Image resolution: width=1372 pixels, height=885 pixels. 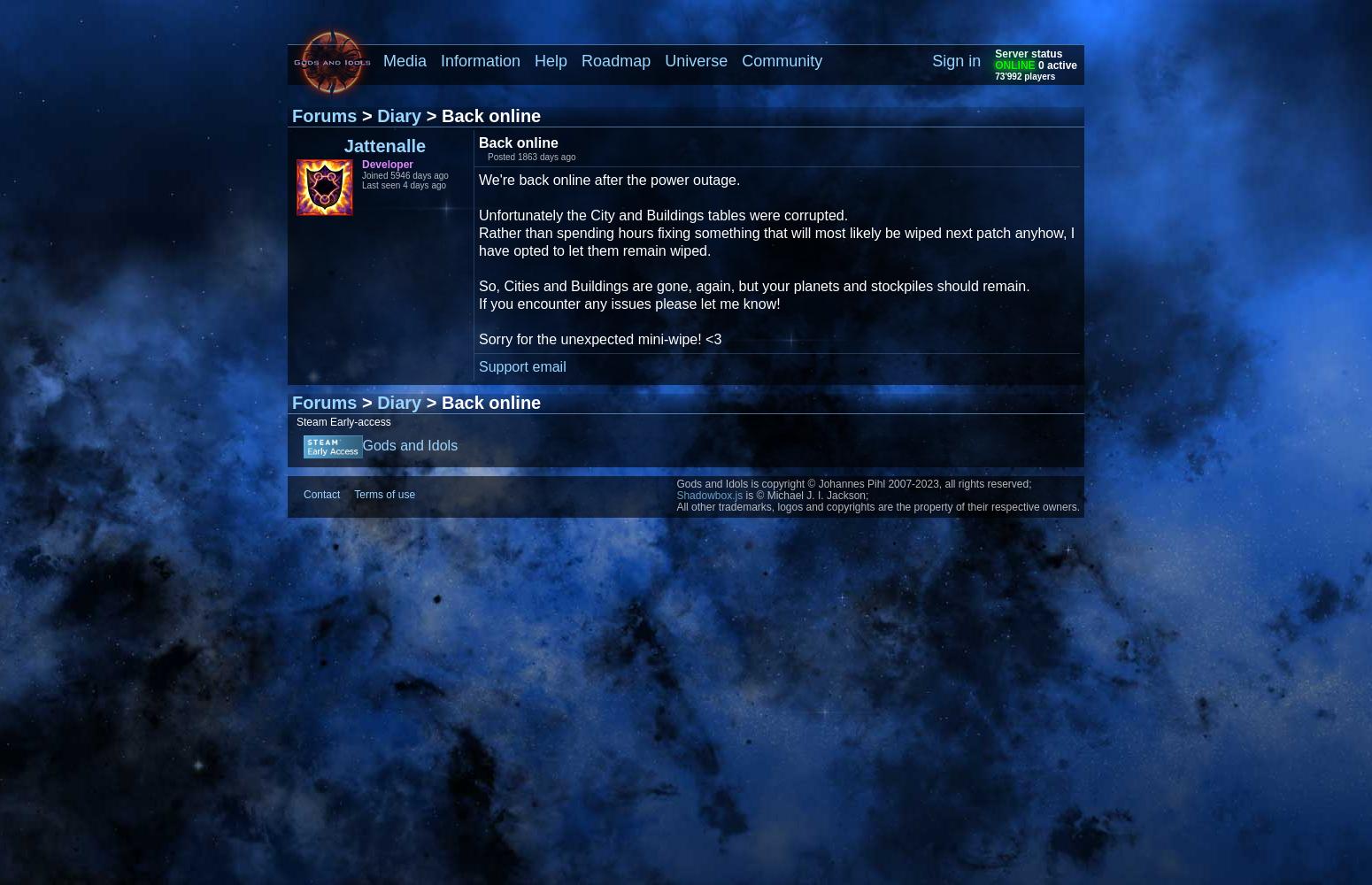 I want to click on 'Unfortunately the City and Buildings tables were corrupted.', so click(x=663, y=214).